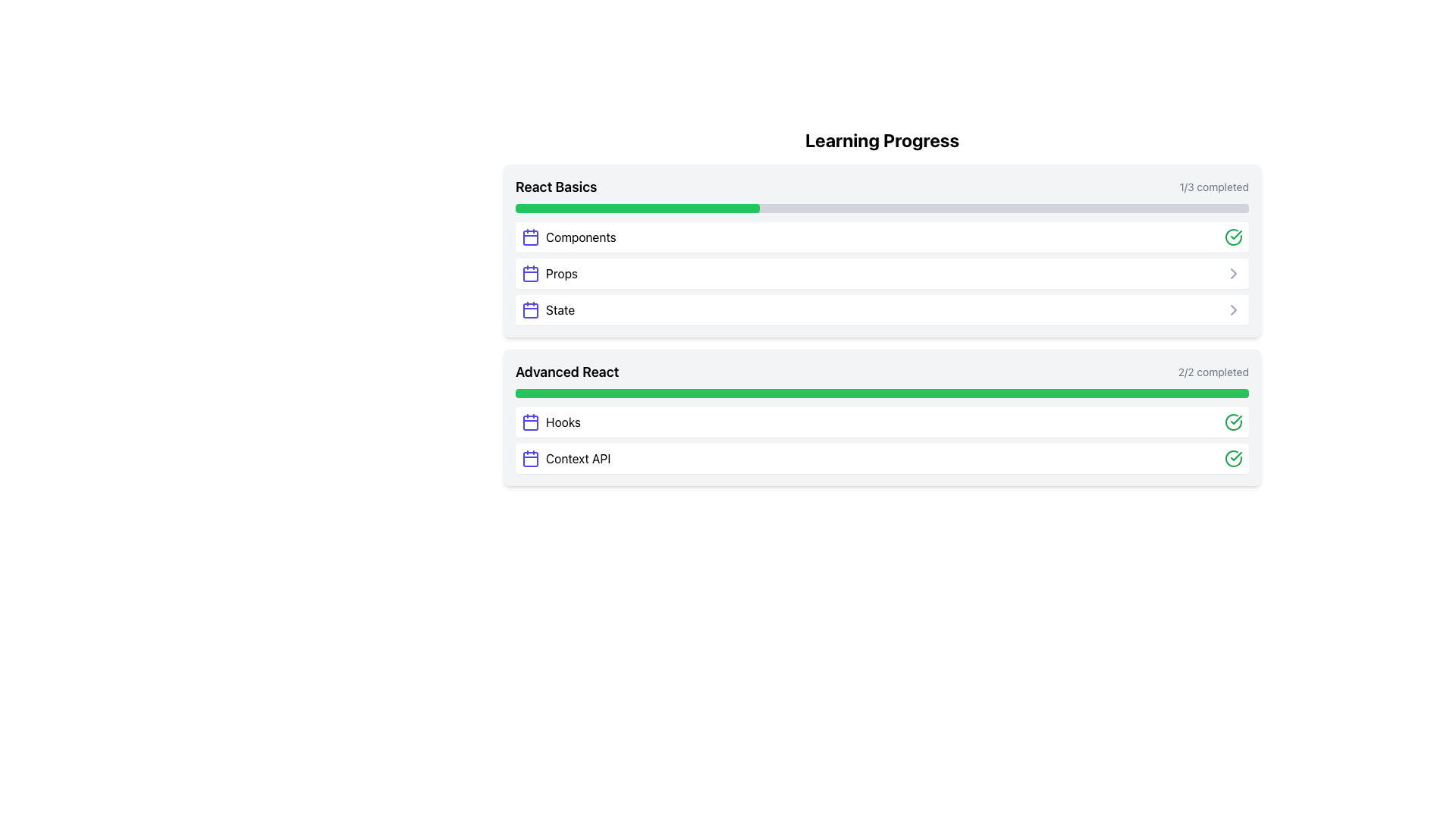  I want to click on the calendar icon's background element, which serves as the base for date markers and is centrally positioned within the calendar structure, so click(531, 458).